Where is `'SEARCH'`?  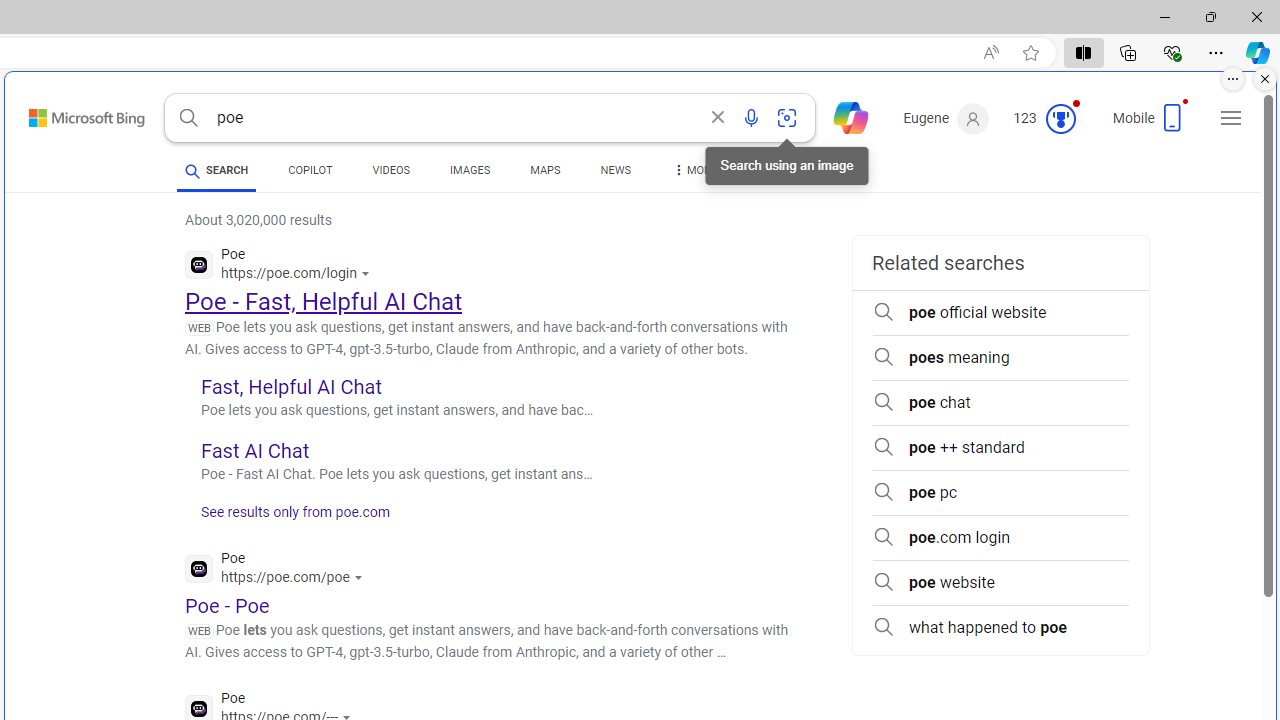 'SEARCH' is located at coordinates (216, 170).